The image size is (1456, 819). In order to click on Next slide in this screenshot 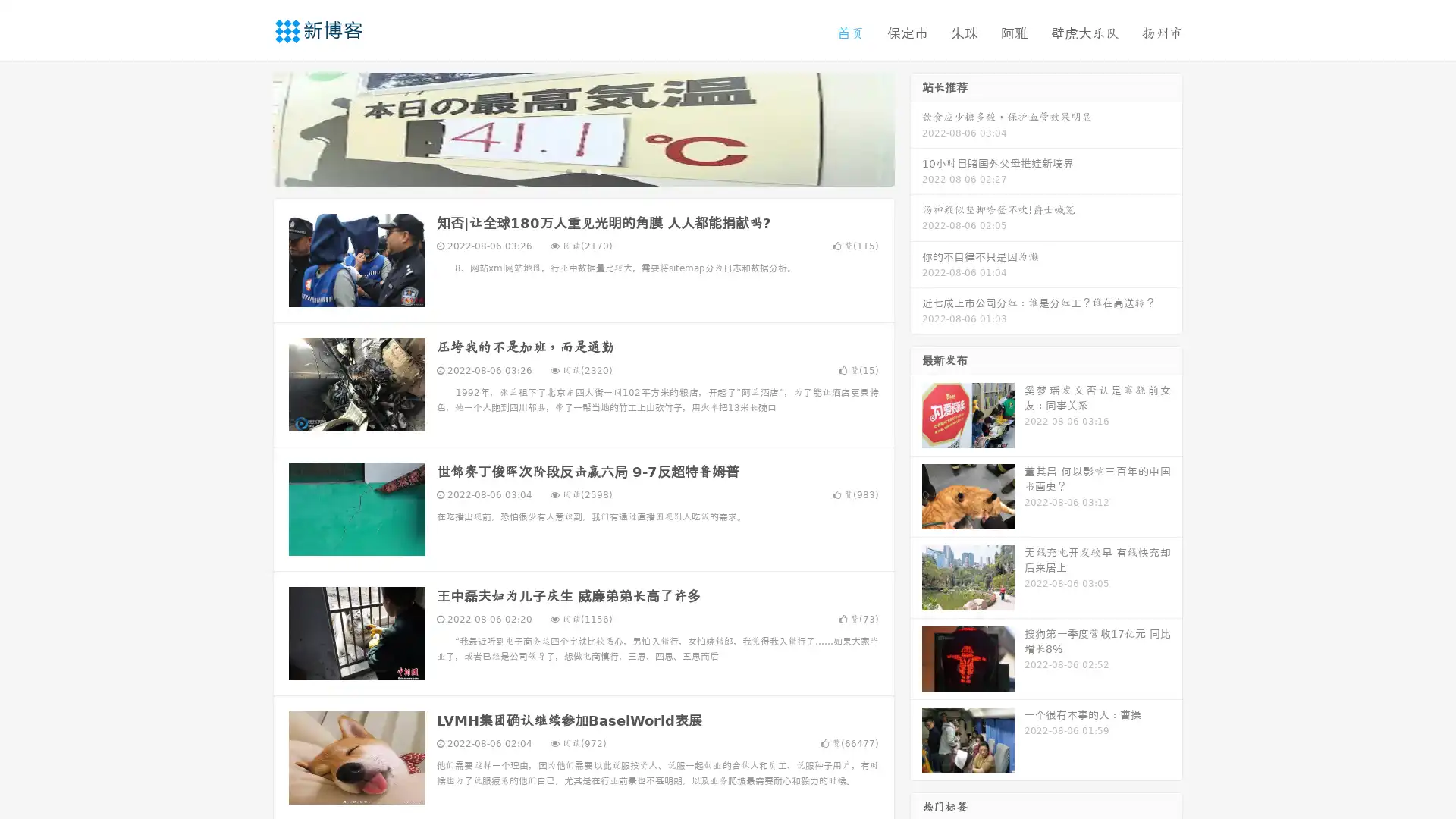, I will do `click(916, 127)`.